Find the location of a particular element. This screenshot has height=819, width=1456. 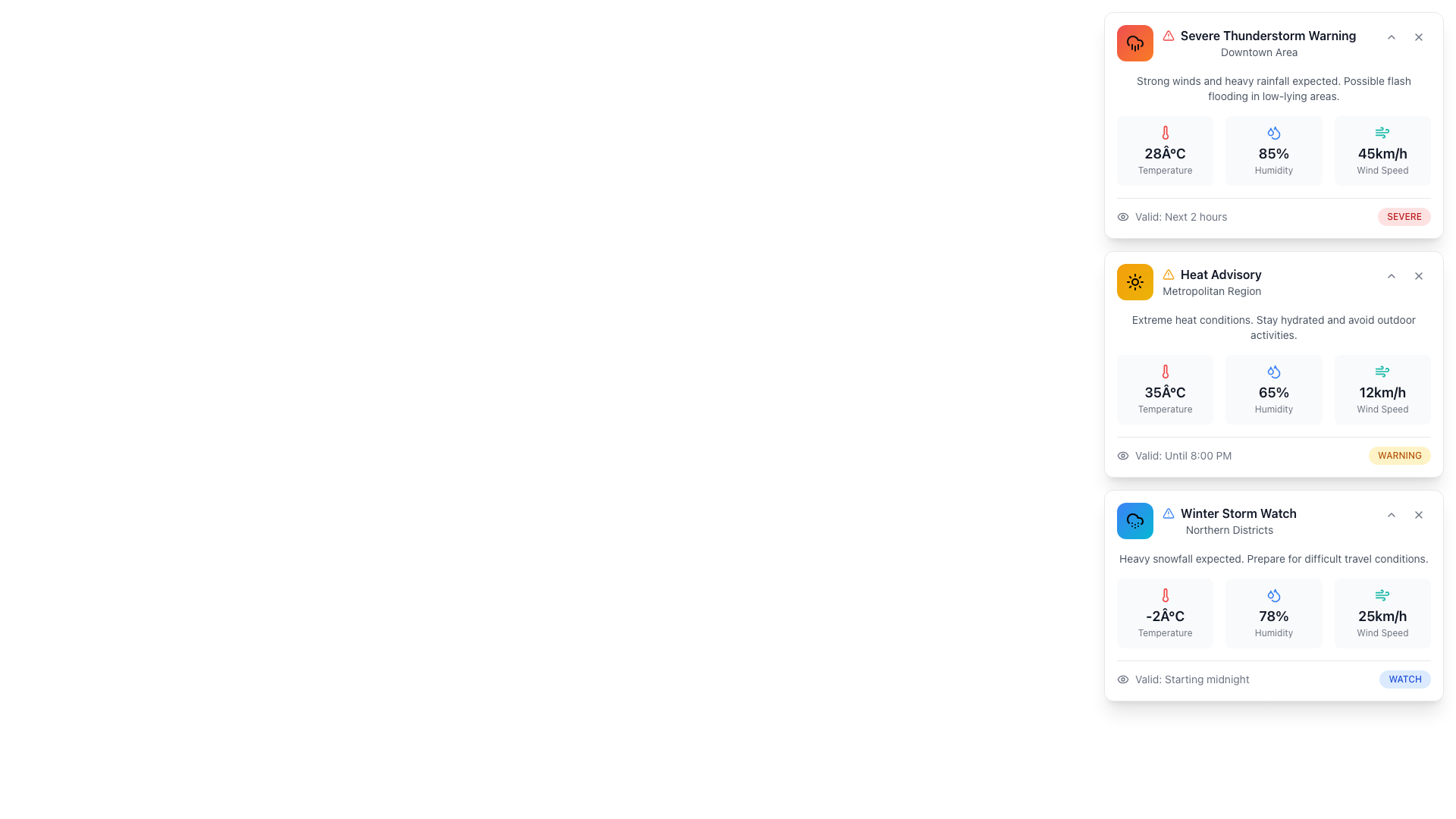

the third informational display block showing '12km/h' wind speed with a light gray background and teal icon, located below the 'Heat Advisory' section is located at coordinates (1382, 388).